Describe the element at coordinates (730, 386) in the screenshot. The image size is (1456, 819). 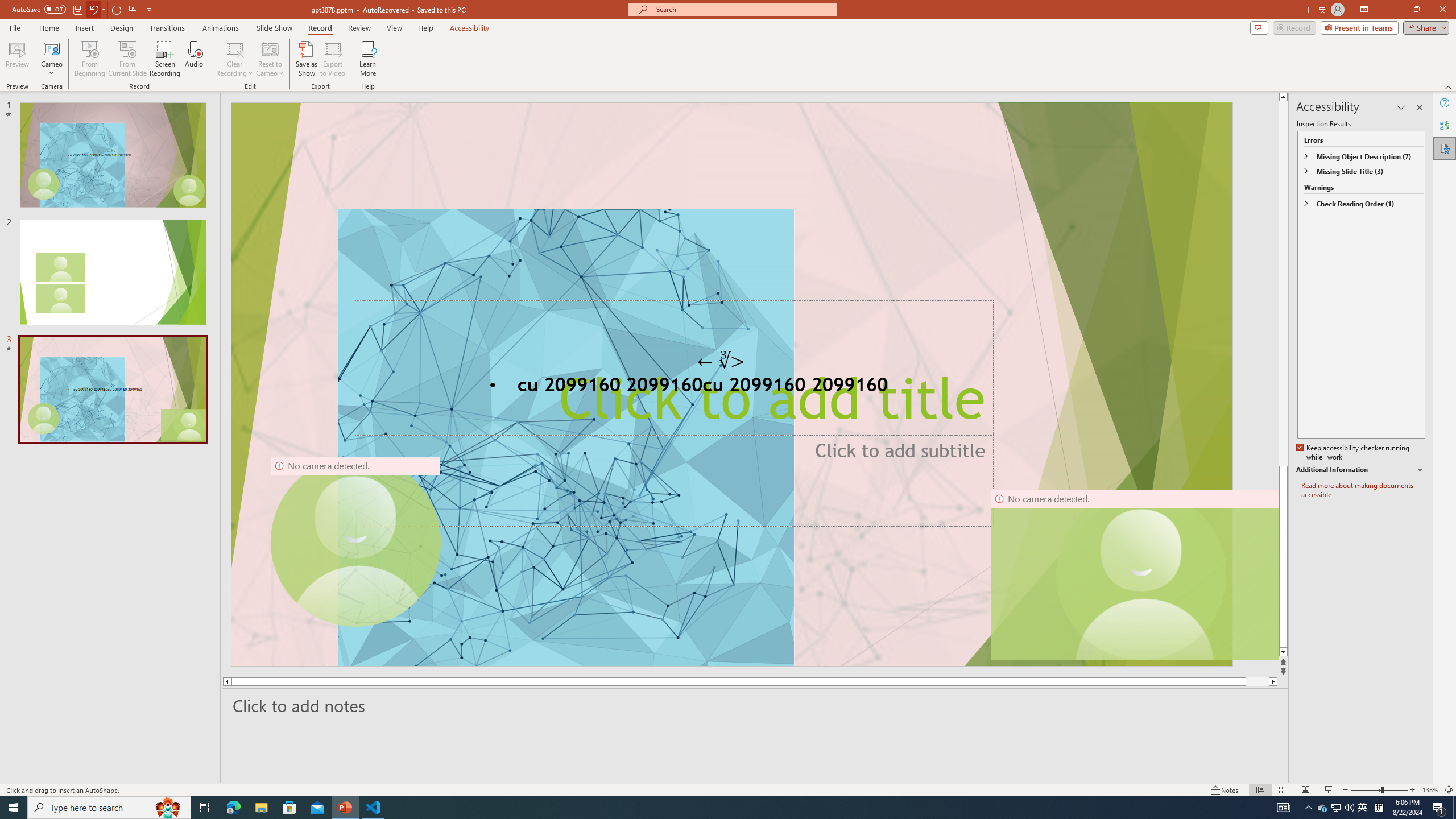
I see `'TextBox 61'` at that location.